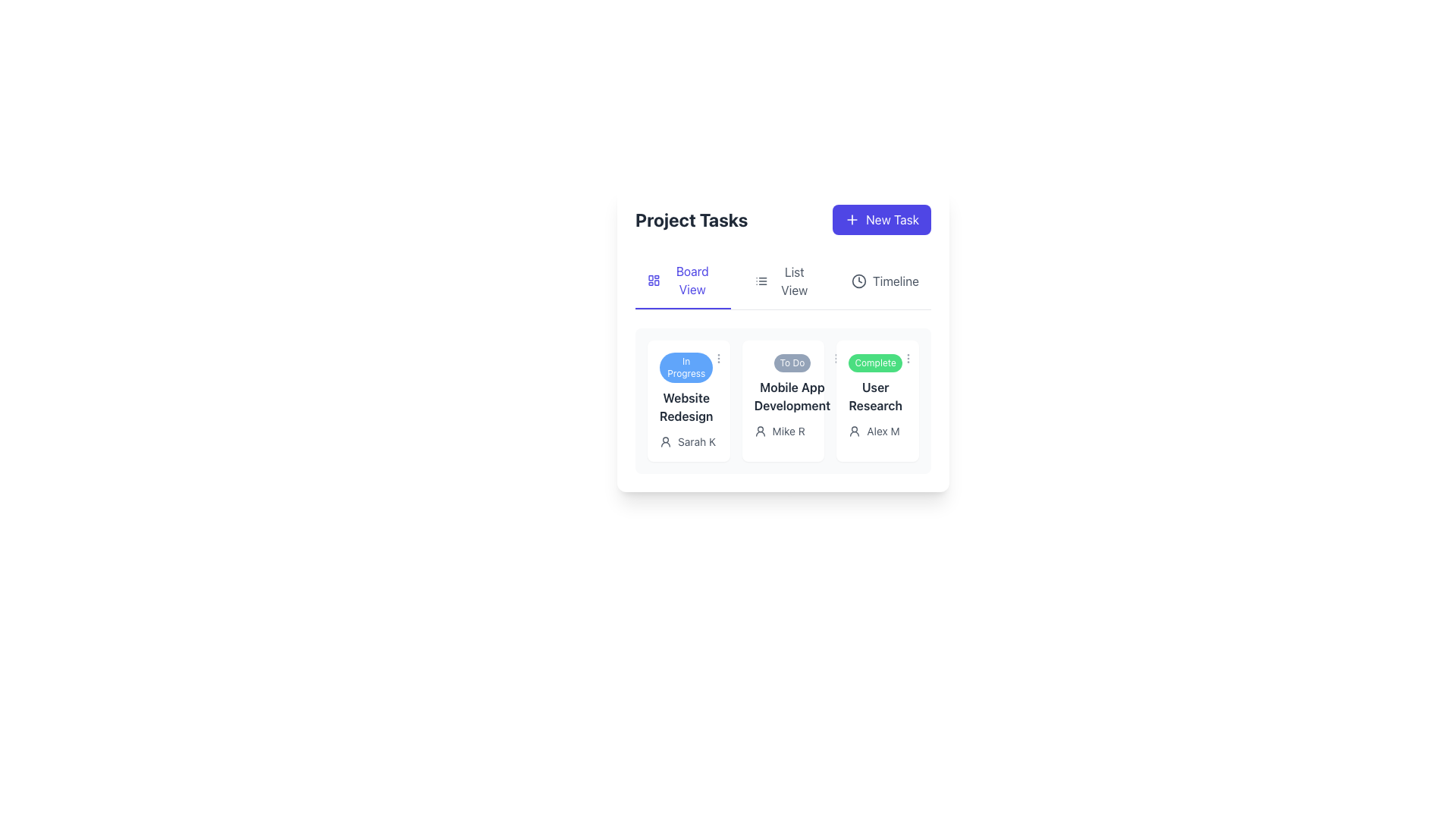 The width and height of the screenshot is (1456, 819). I want to click on the user icon that depicts a generic head and shoulders silhouette, which is the leftmost element in the 'User Research' card group containing the text 'Alex M', so click(855, 431).